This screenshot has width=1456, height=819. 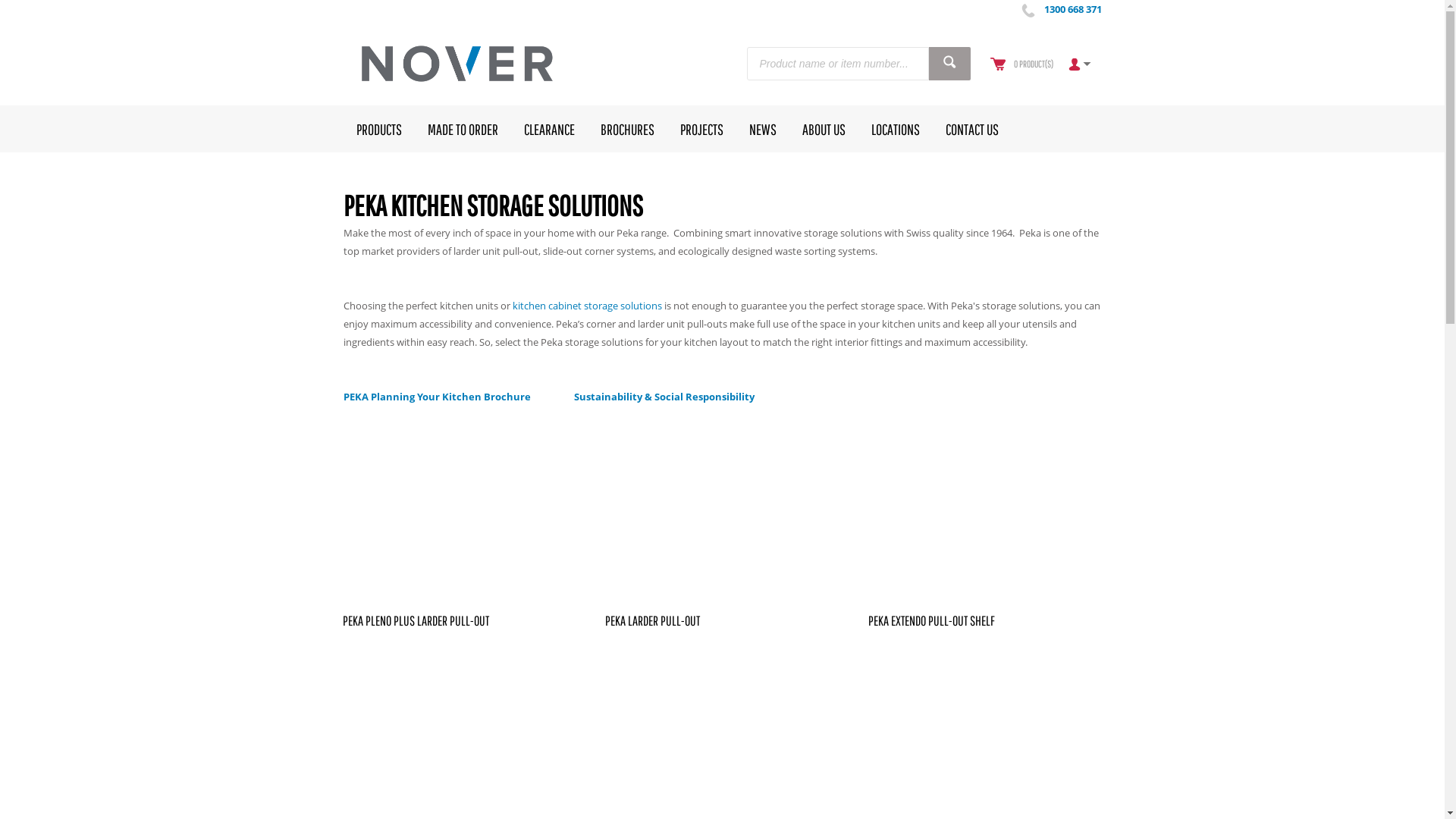 What do you see at coordinates (663, 396) in the screenshot?
I see `'Sustainability & Social Responsibility'` at bounding box center [663, 396].